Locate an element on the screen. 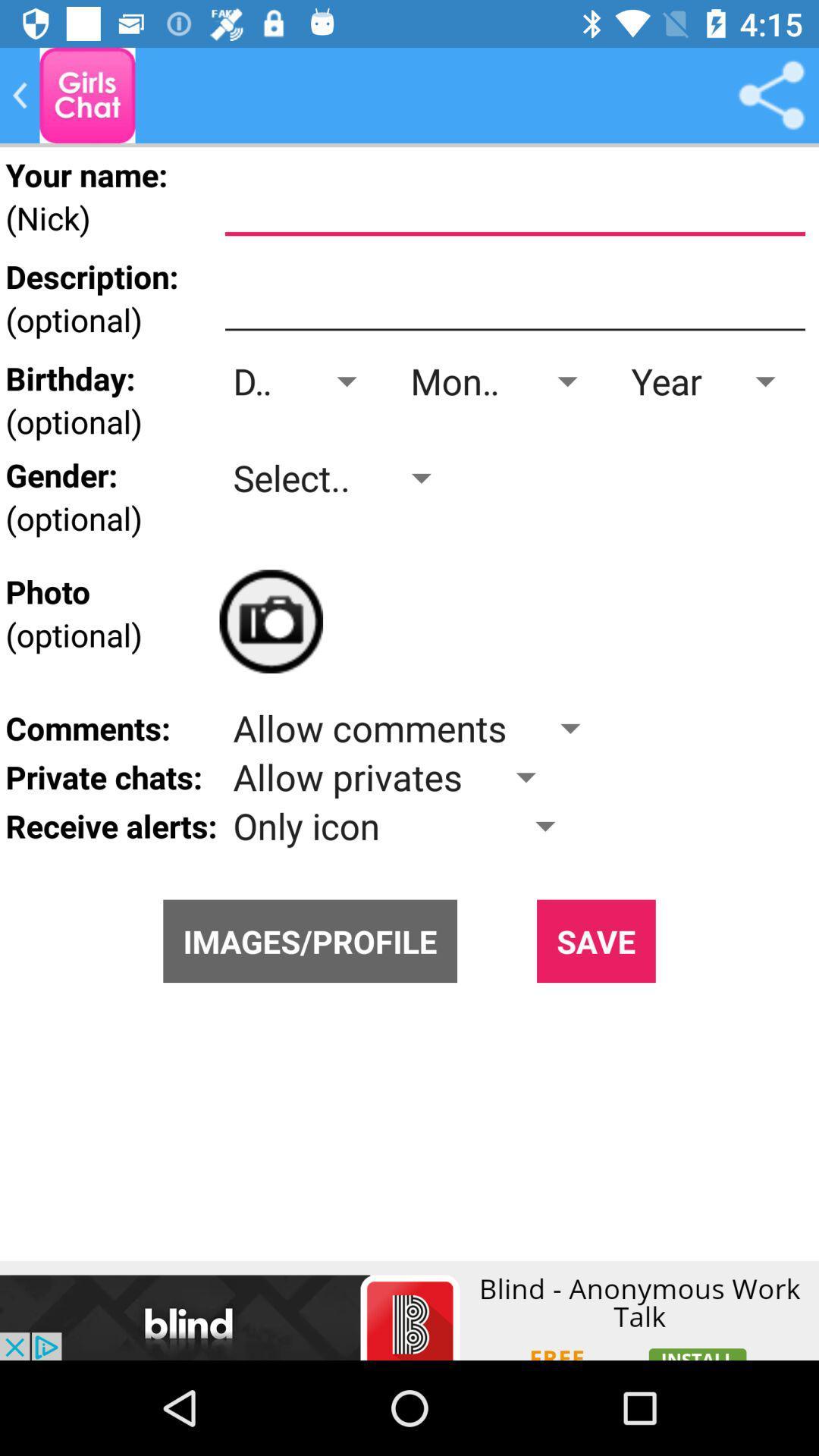 The height and width of the screenshot is (1456, 819). name is located at coordinates (514, 200).